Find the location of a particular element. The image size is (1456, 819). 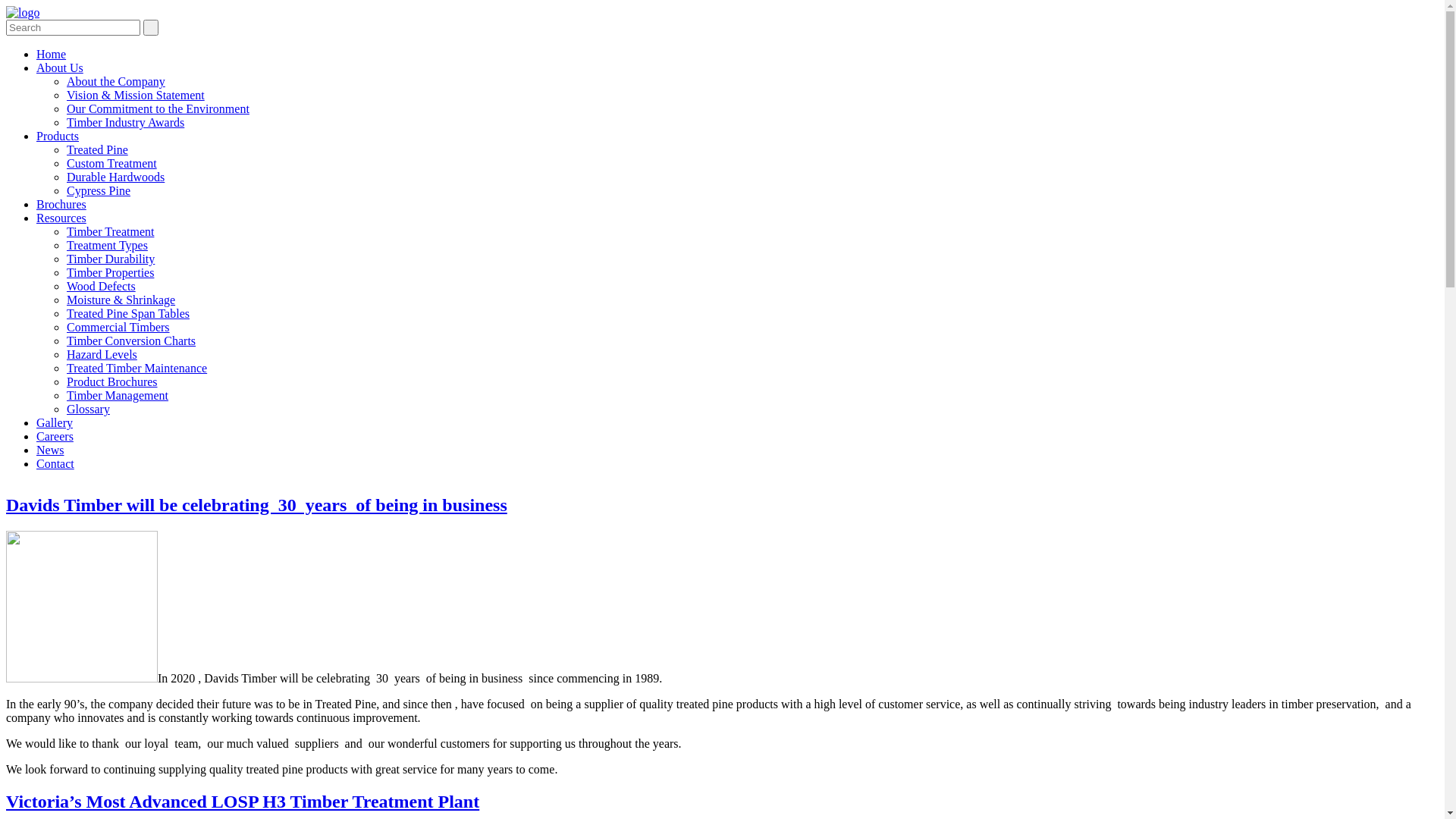

'Hazard Levels' is located at coordinates (101, 354).